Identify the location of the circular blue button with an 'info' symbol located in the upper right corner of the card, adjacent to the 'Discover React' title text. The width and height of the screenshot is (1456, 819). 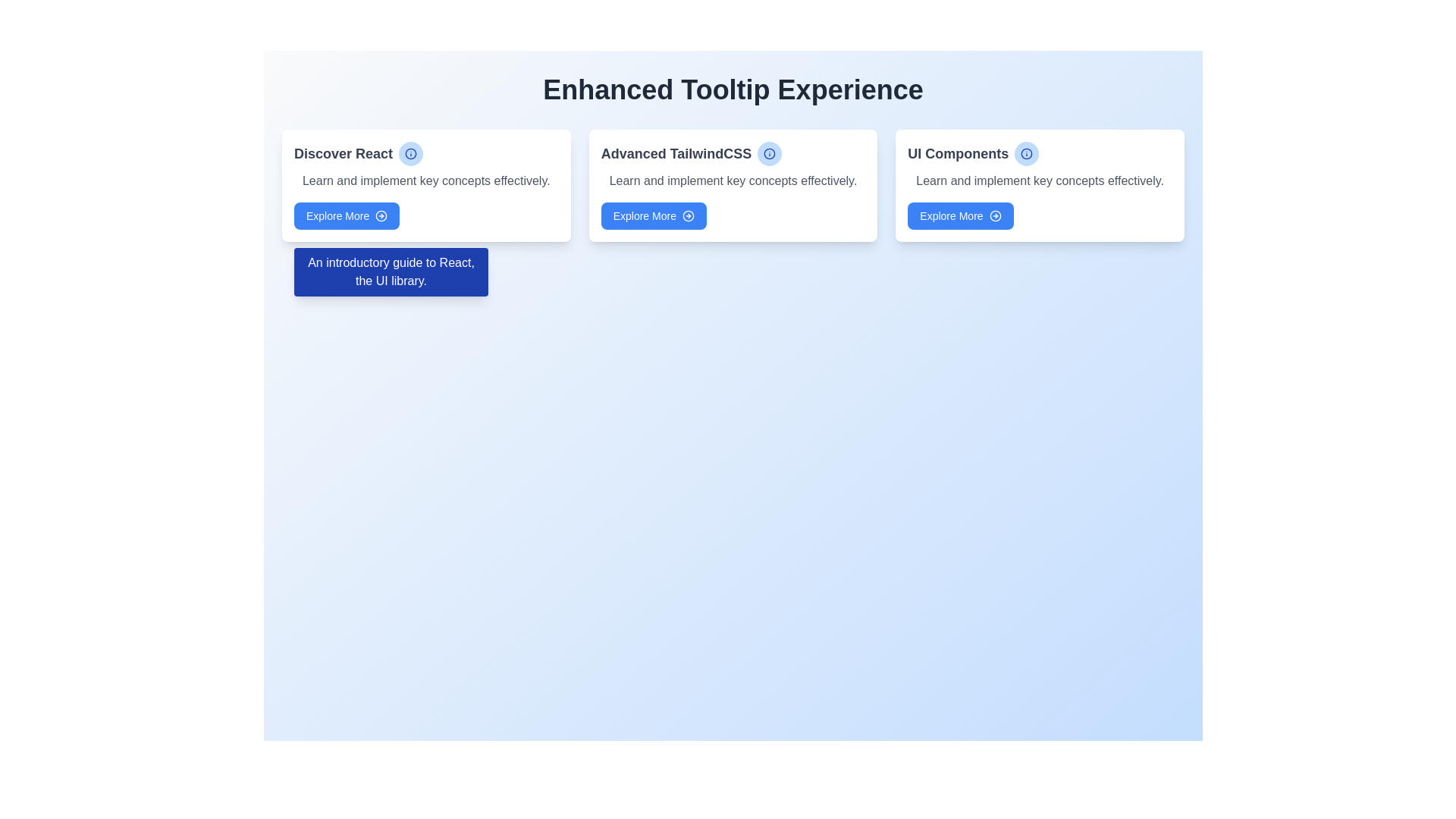
(411, 154).